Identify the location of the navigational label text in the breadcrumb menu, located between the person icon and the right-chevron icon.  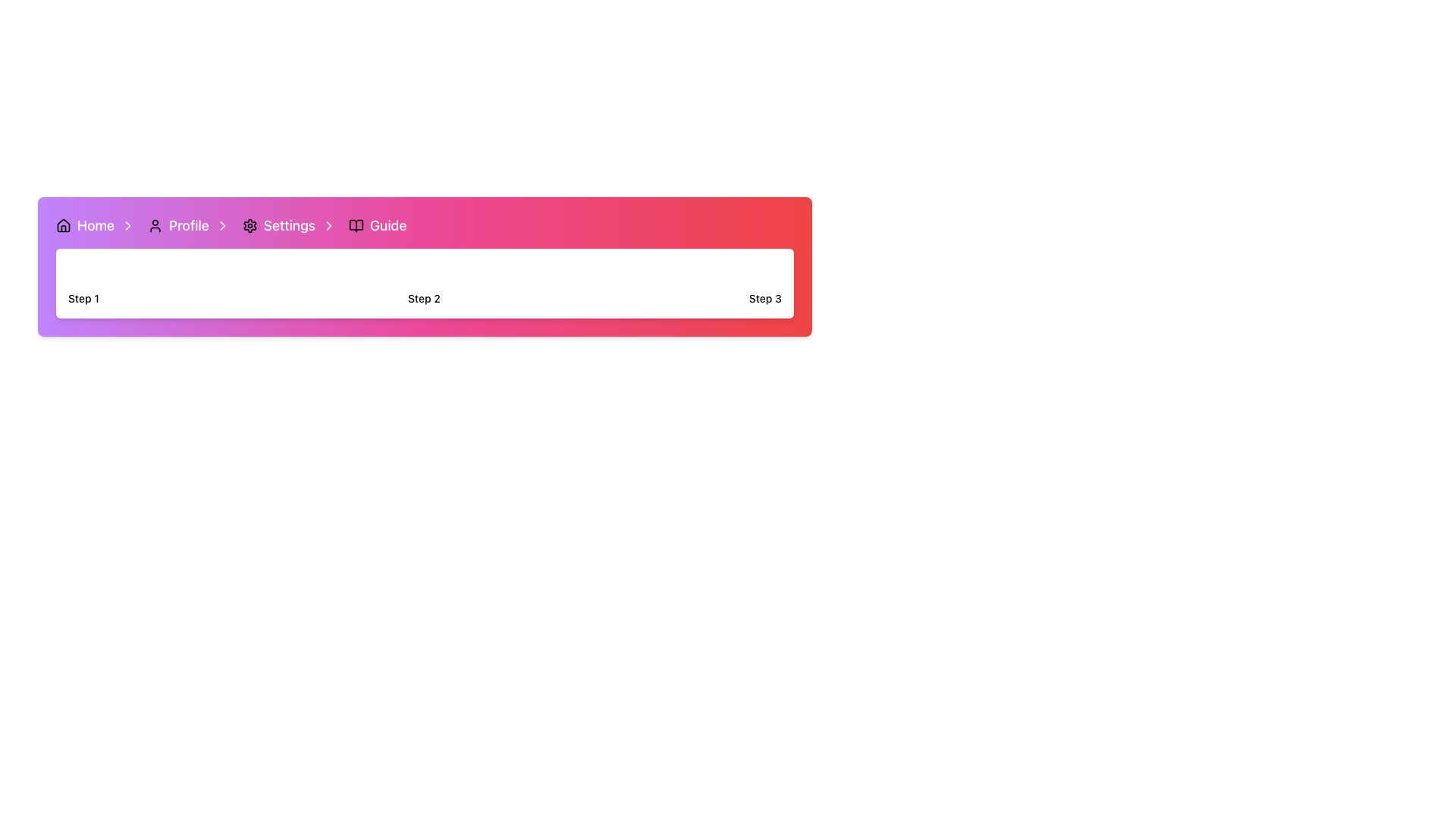
(188, 225).